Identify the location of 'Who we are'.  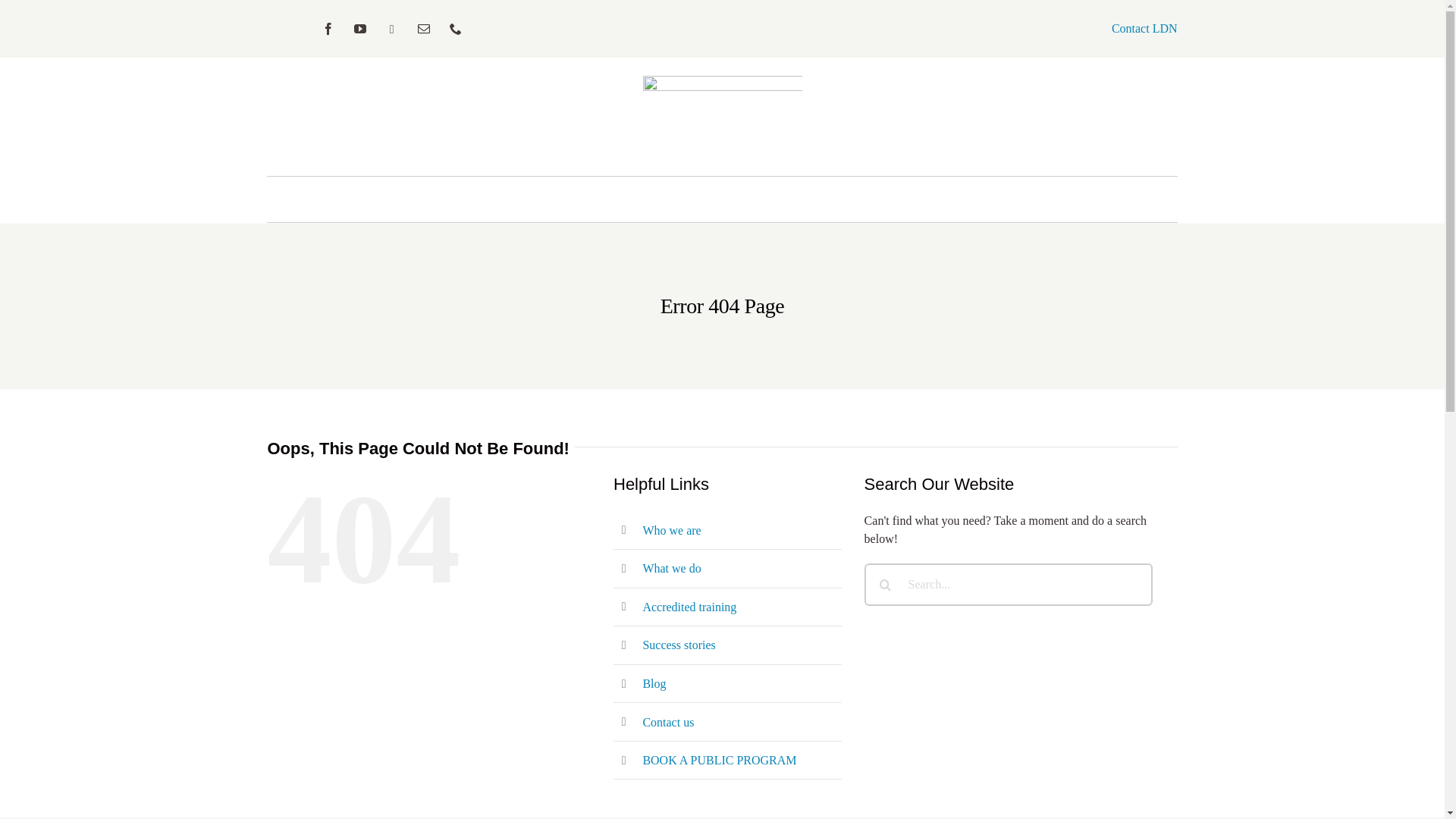
(670, 529).